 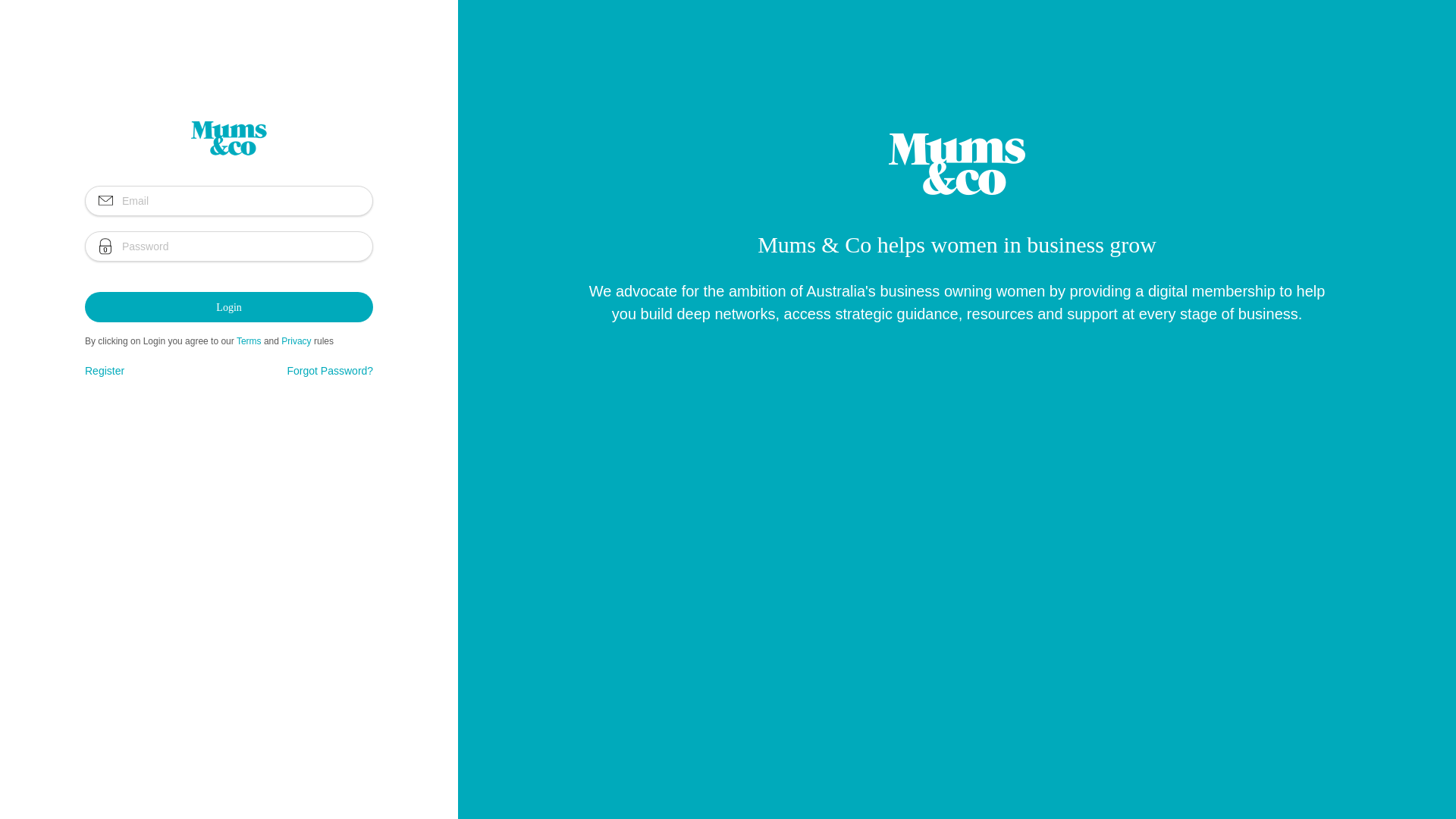 I want to click on 'Privacy', so click(x=281, y=341).